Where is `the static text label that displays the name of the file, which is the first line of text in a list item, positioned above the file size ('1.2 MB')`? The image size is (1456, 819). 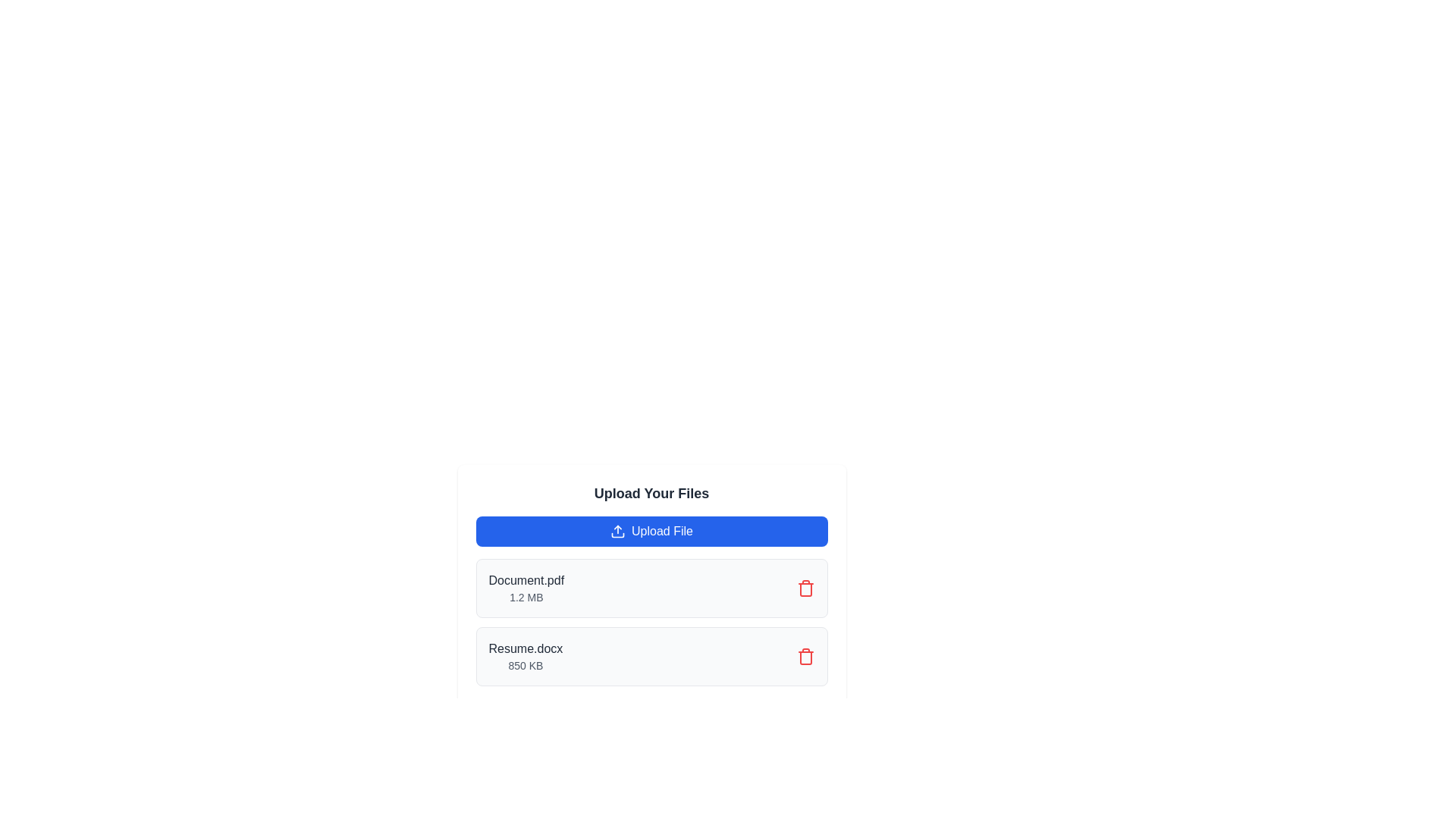
the static text label that displays the name of the file, which is the first line of text in a list item, positioned above the file size ('1.2 MB') is located at coordinates (526, 580).